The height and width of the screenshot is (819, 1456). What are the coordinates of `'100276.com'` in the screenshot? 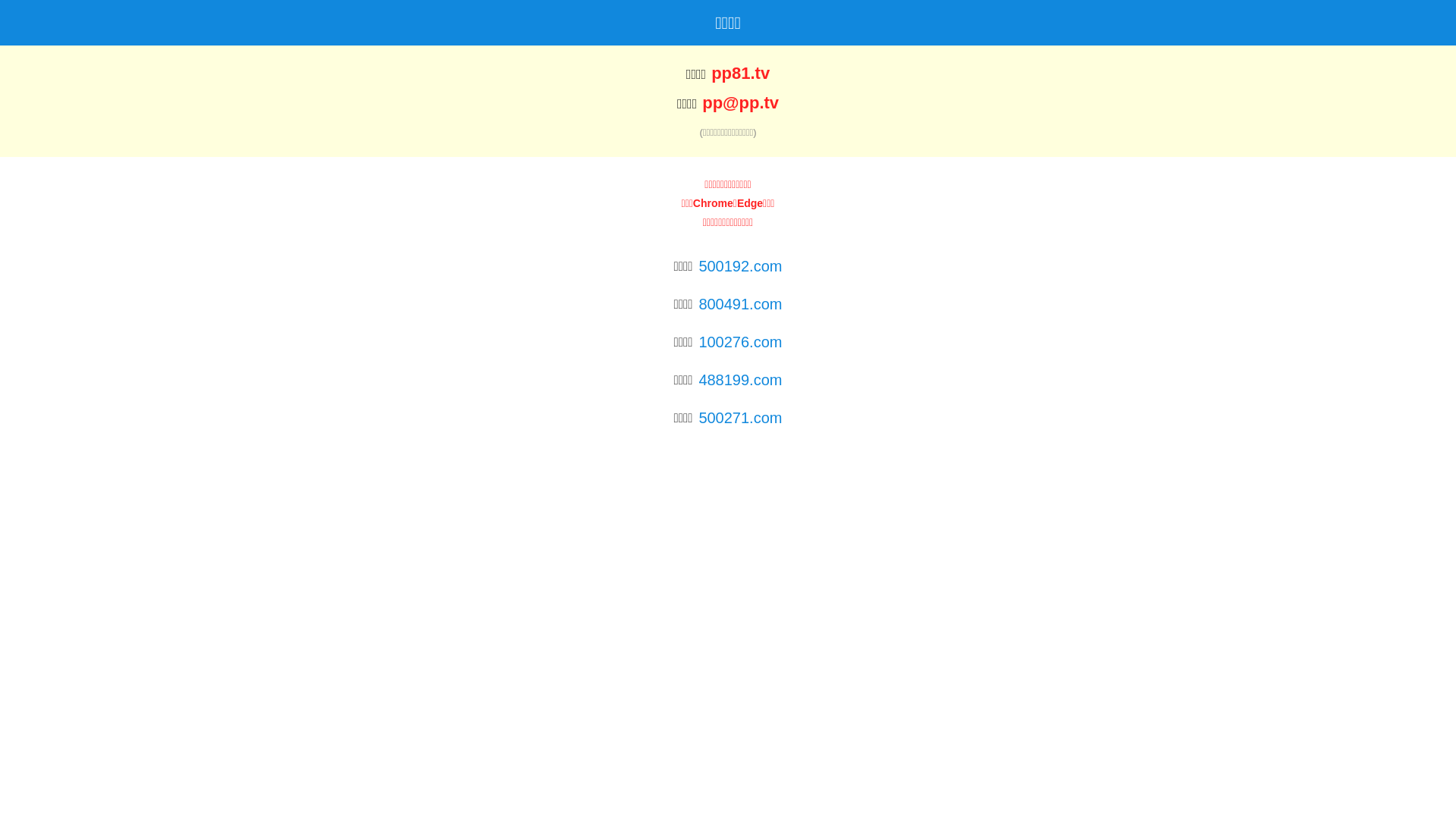 It's located at (739, 342).